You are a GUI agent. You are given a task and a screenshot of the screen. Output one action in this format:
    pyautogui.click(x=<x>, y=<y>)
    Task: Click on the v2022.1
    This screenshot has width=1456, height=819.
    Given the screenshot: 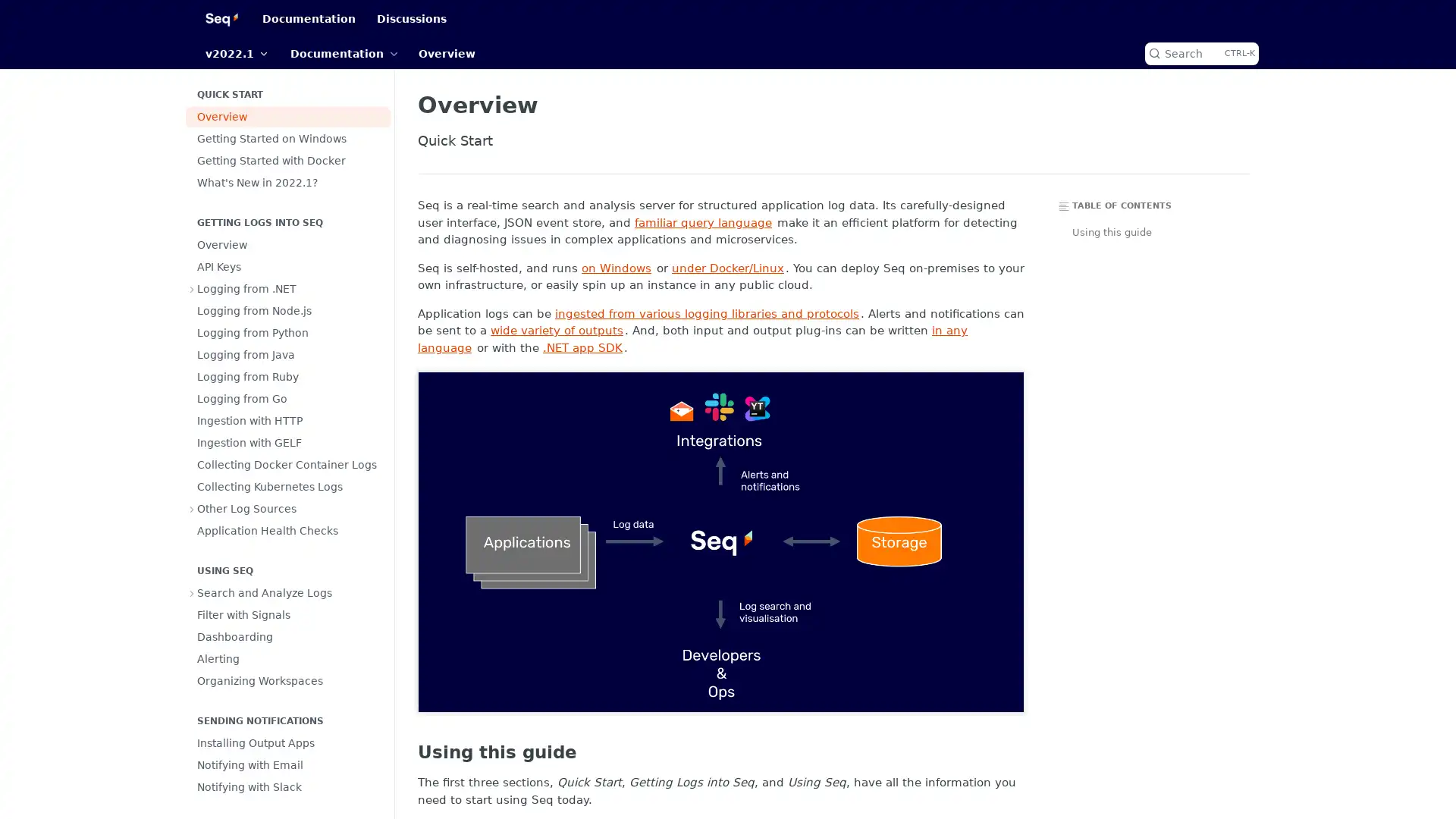 What is the action you would take?
    pyautogui.click(x=236, y=52)
    